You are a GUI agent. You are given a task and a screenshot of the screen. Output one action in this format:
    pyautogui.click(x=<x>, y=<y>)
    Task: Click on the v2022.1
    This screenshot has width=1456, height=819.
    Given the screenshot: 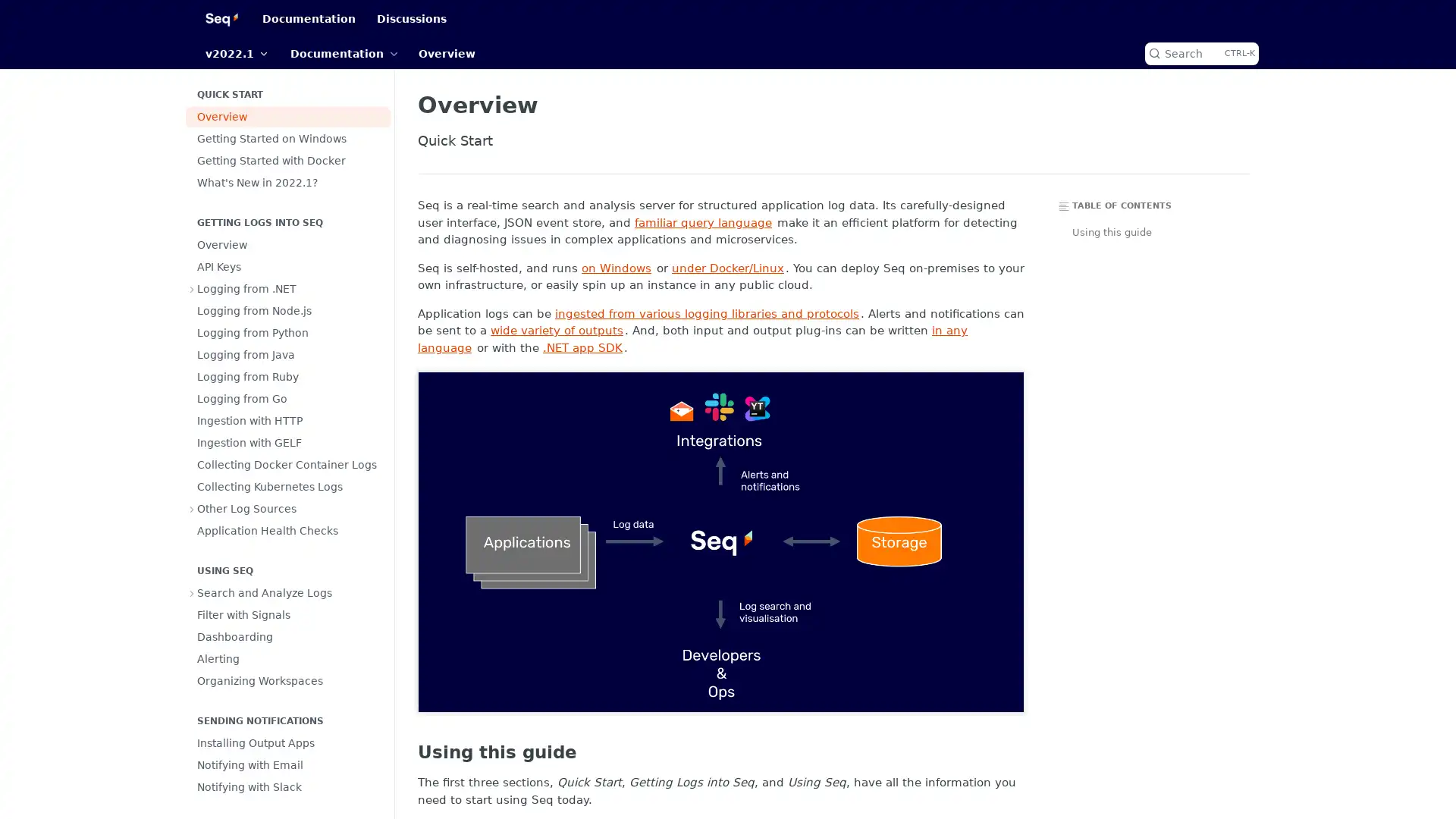 What is the action you would take?
    pyautogui.click(x=236, y=52)
    